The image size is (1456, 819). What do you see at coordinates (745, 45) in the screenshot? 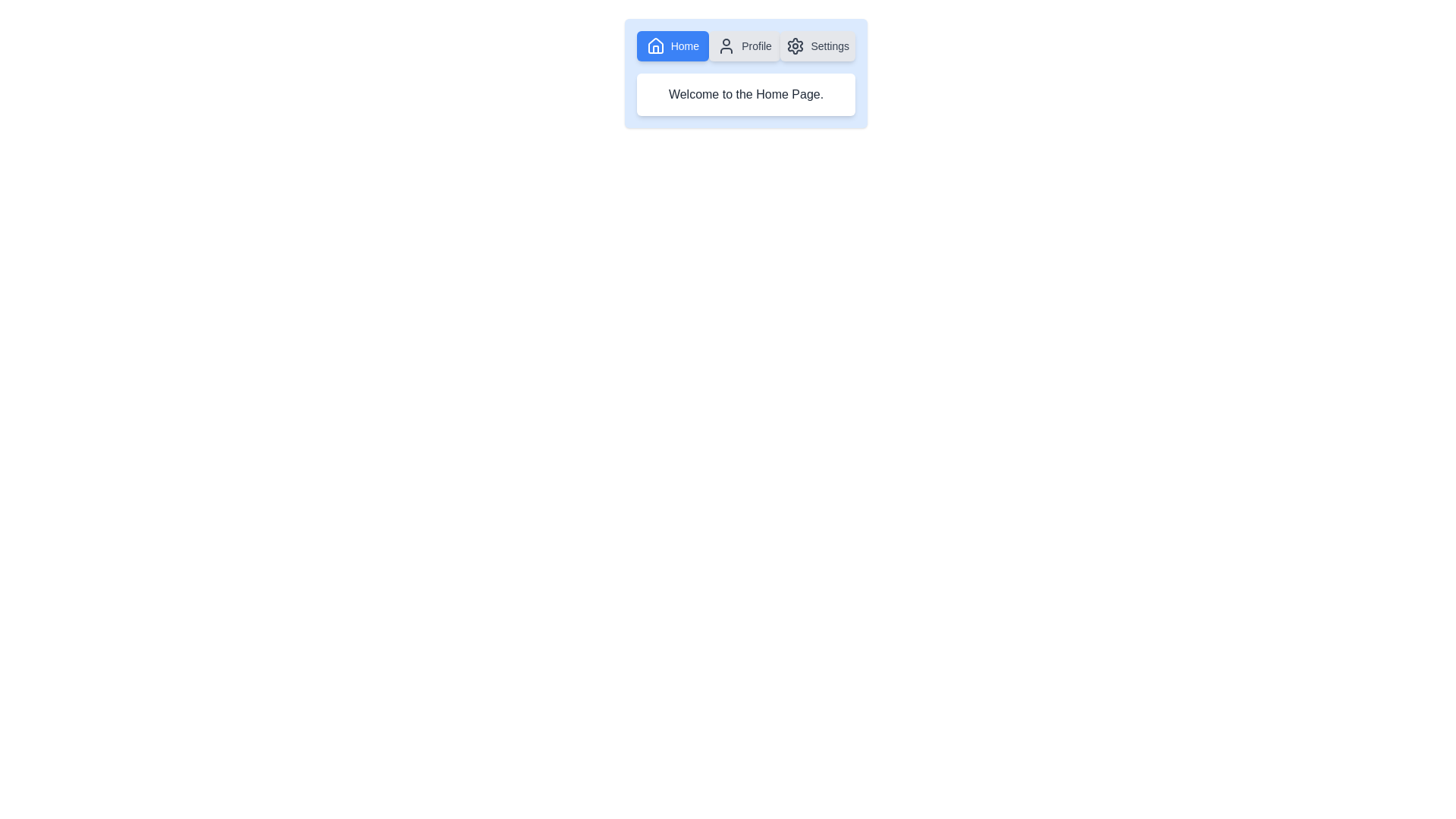
I see `the 'Profile' navigation button, which is the second button in a row of three located in the upper section of the interface` at bounding box center [745, 45].